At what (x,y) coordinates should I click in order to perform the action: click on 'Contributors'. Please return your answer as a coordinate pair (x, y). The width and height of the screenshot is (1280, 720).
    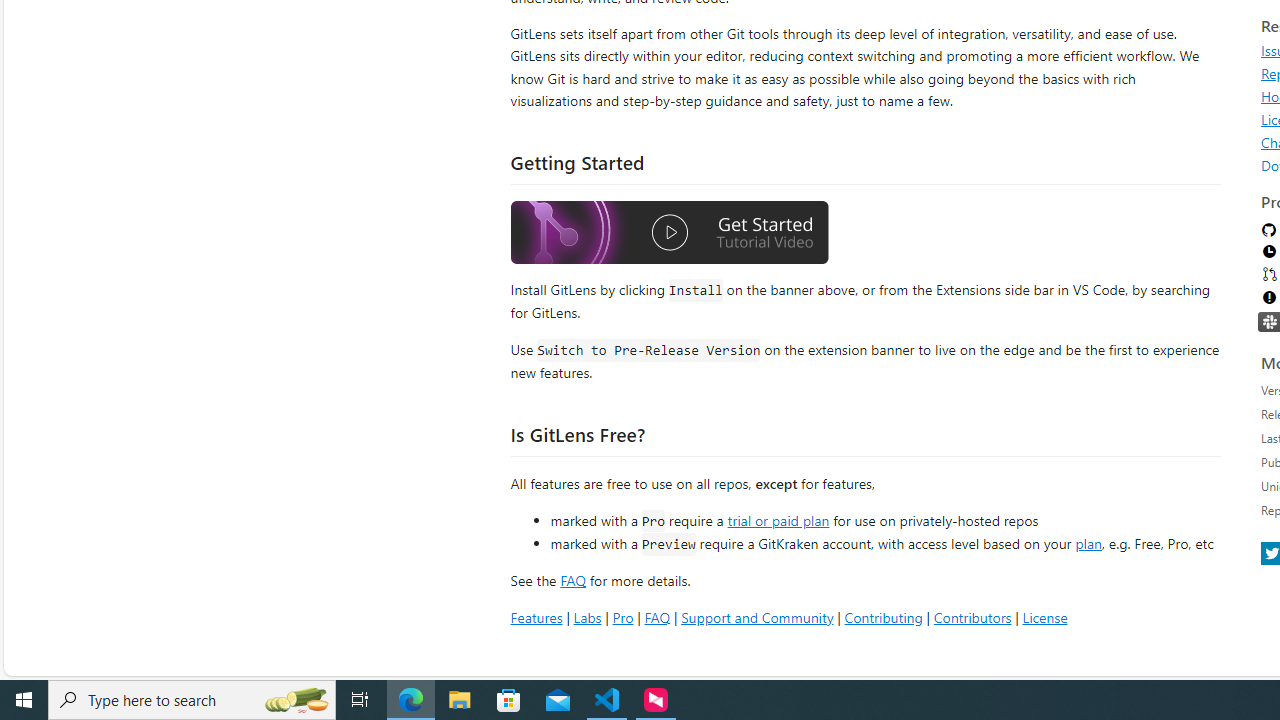
    Looking at the image, I should click on (972, 616).